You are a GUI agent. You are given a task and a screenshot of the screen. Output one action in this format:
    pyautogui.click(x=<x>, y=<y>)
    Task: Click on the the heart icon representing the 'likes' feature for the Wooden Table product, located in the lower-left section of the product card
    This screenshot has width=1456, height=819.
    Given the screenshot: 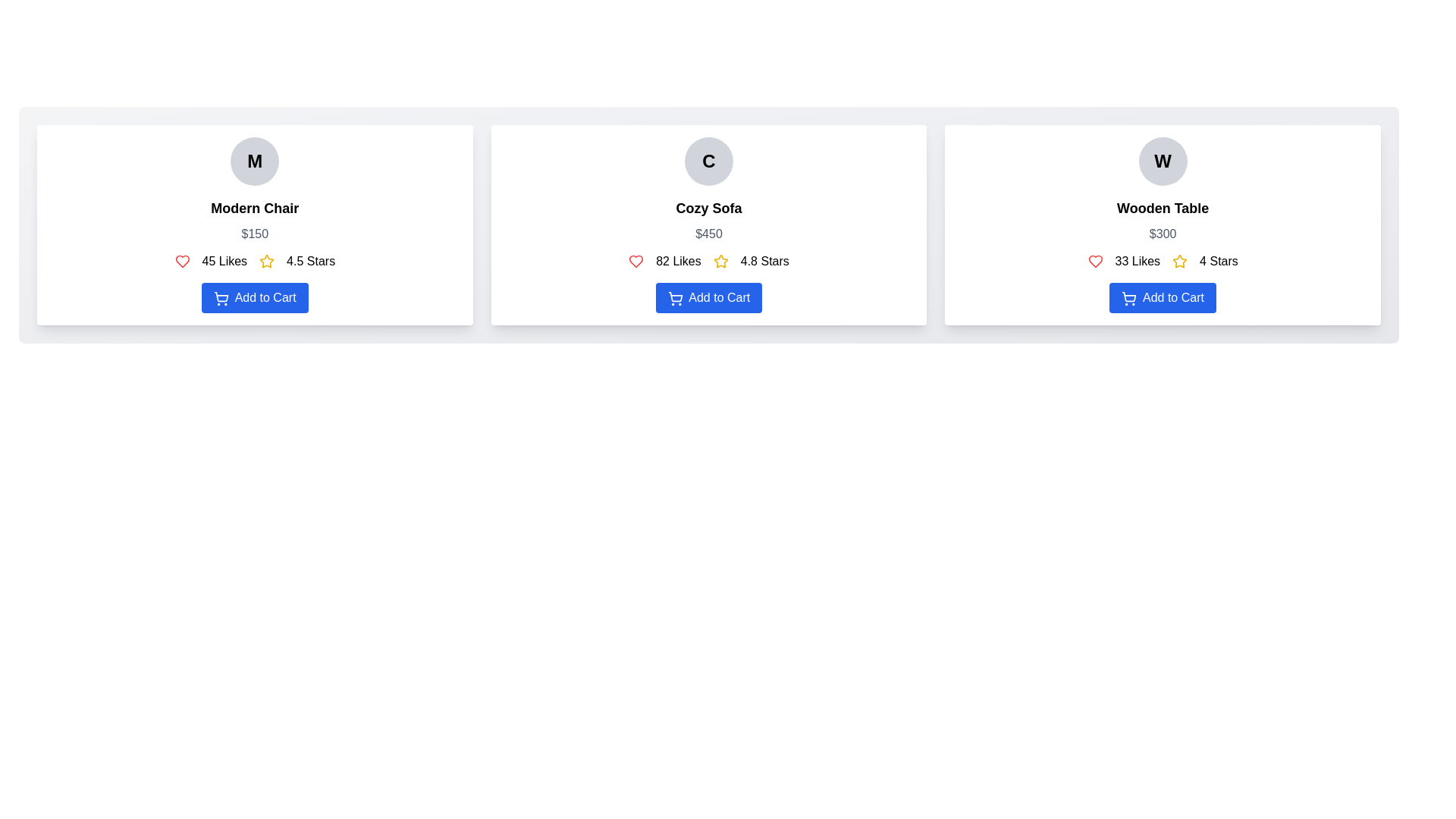 What is the action you would take?
    pyautogui.click(x=1095, y=260)
    